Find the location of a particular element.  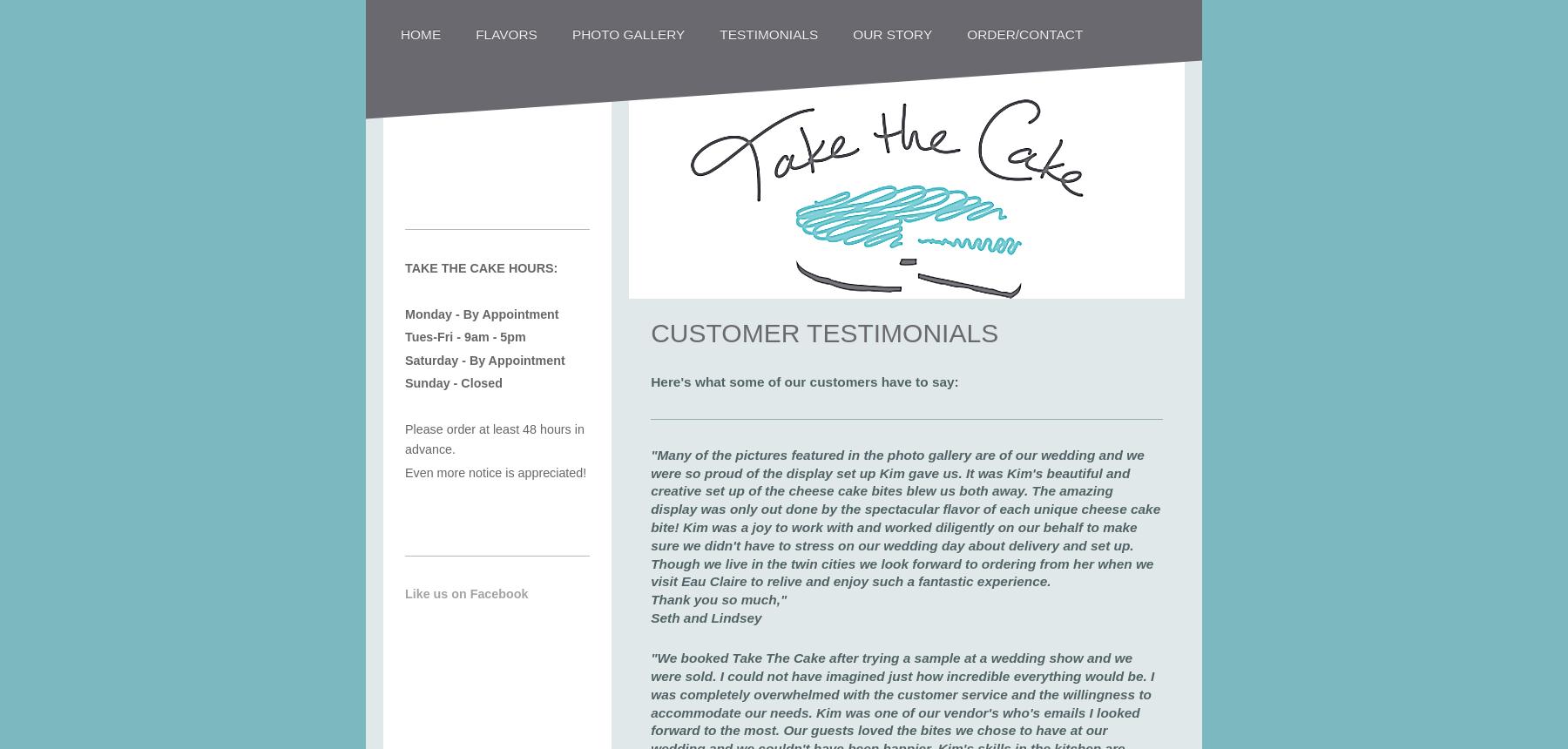

'Testimonials' is located at coordinates (768, 33).